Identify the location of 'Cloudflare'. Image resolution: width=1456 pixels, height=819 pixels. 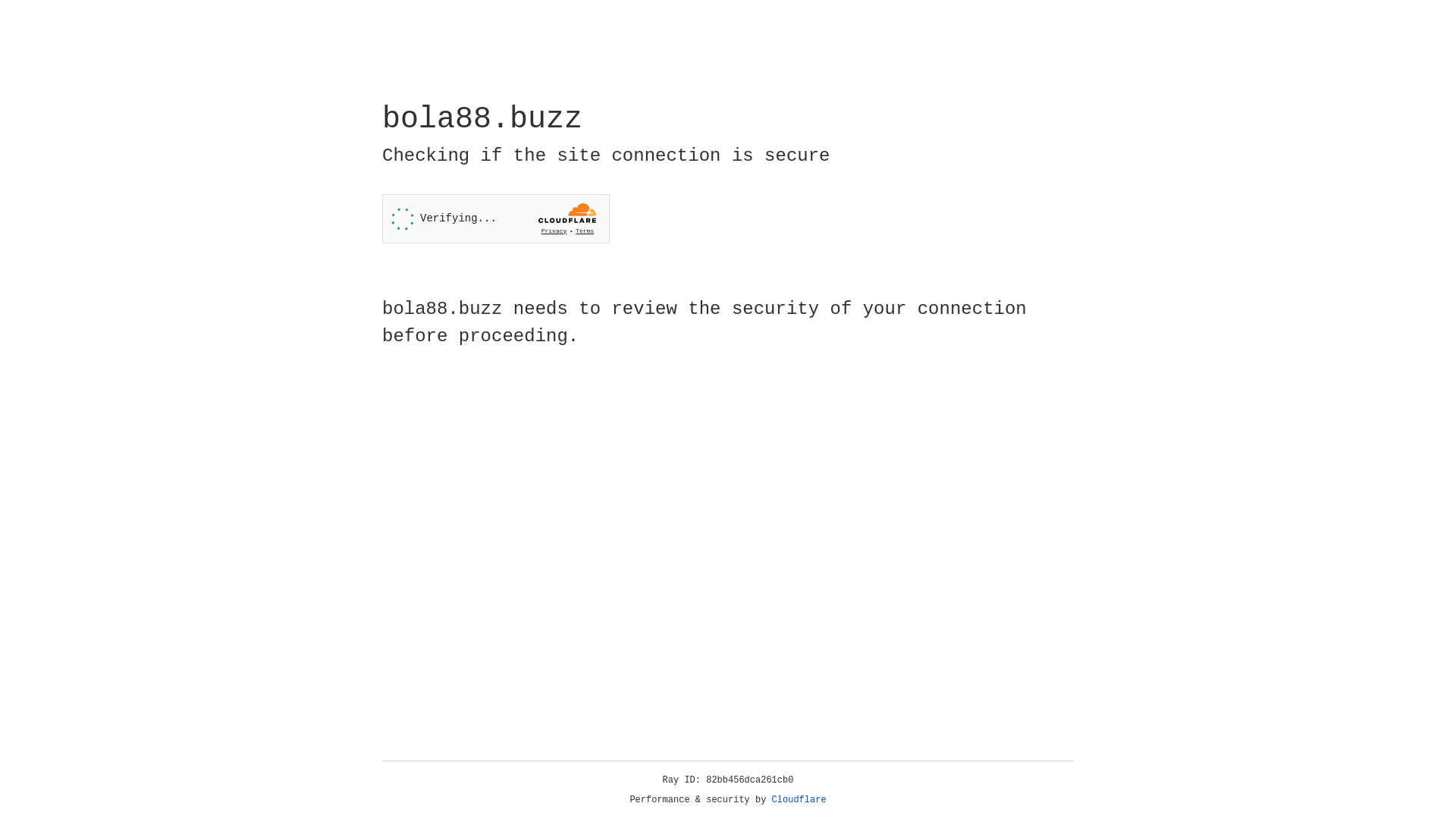
(771, 799).